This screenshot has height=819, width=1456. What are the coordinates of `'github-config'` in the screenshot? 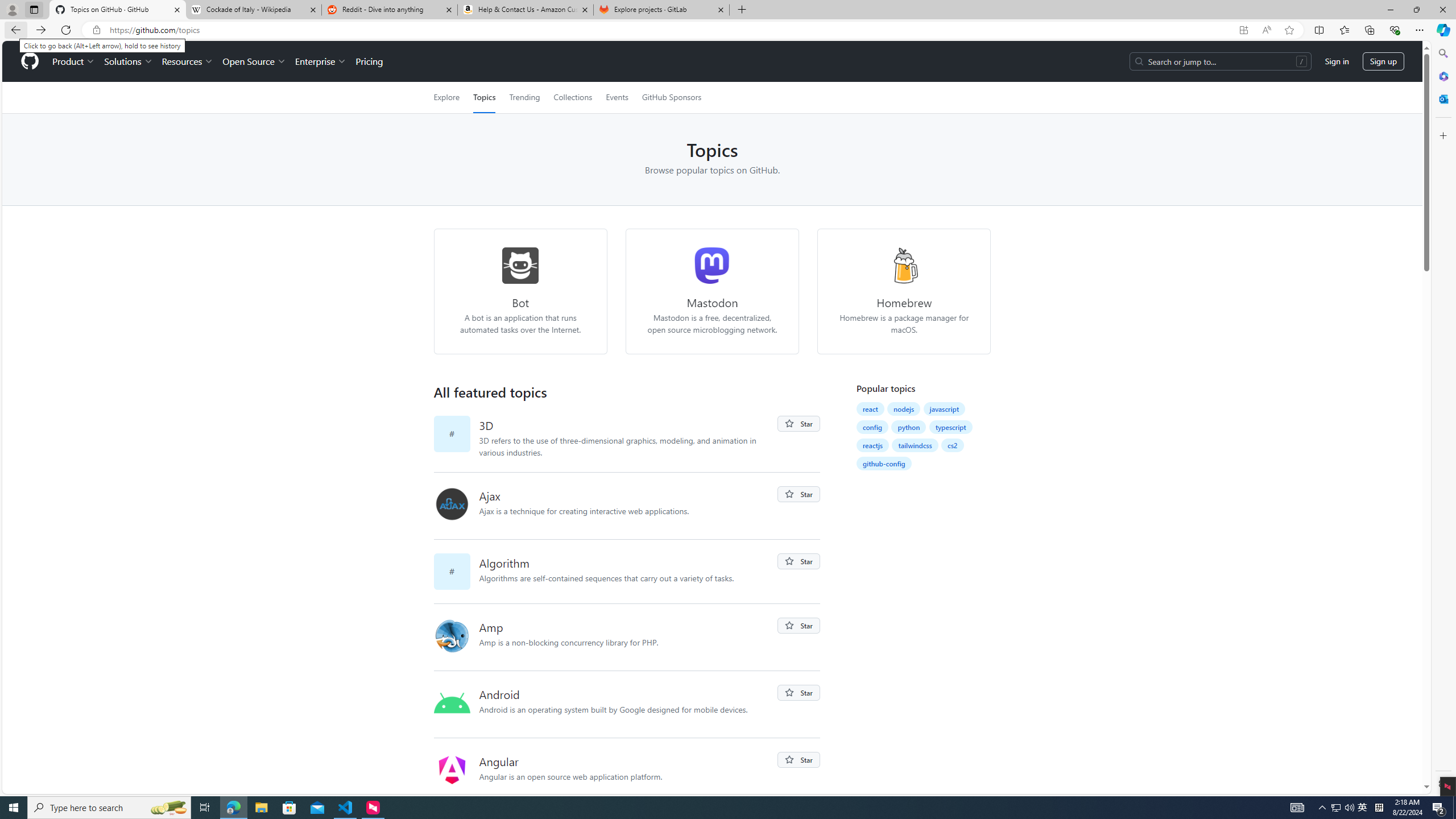 It's located at (883, 464).